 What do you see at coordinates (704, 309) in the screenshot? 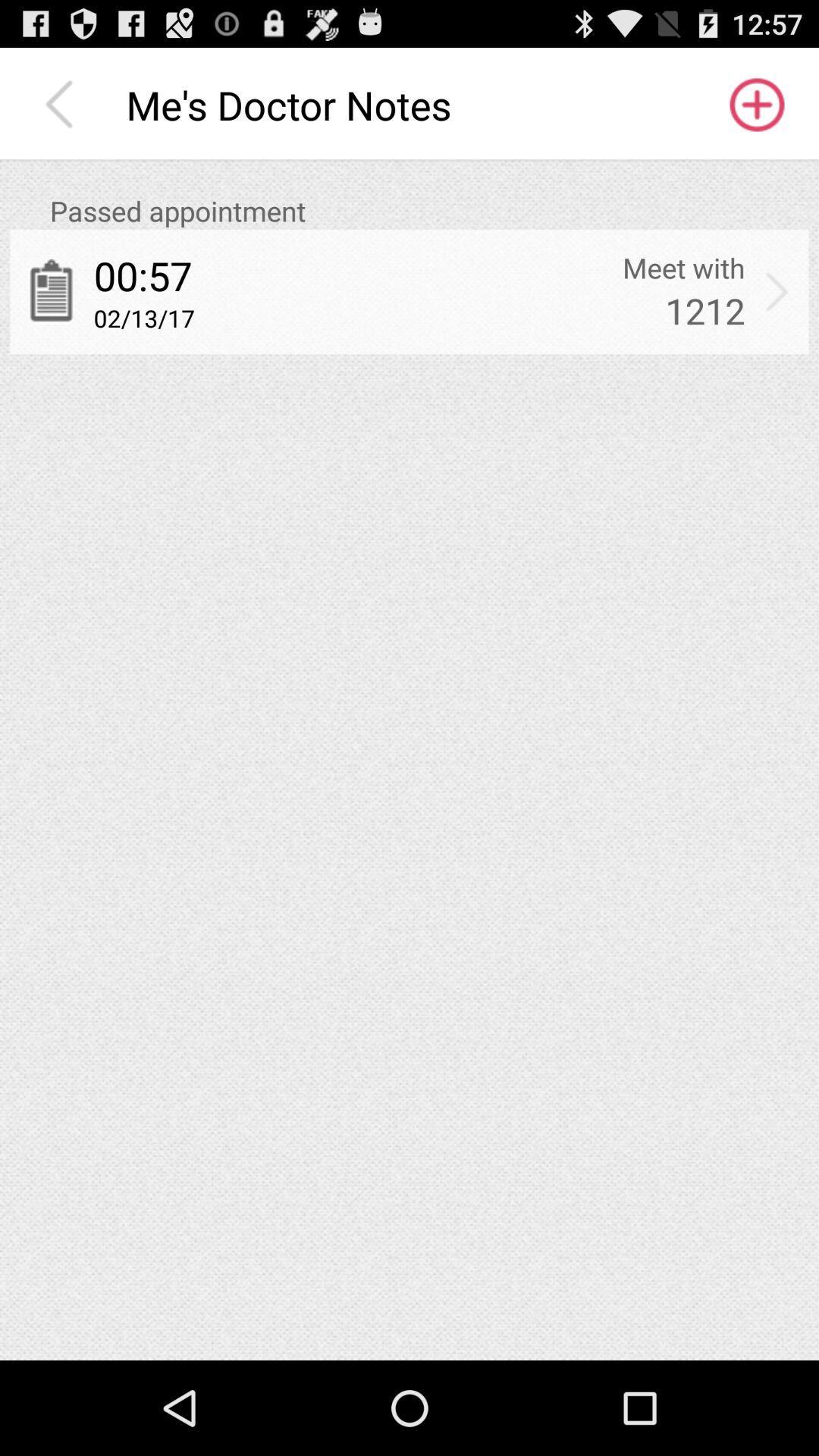
I see `1212` at bounding box center [704, 309].